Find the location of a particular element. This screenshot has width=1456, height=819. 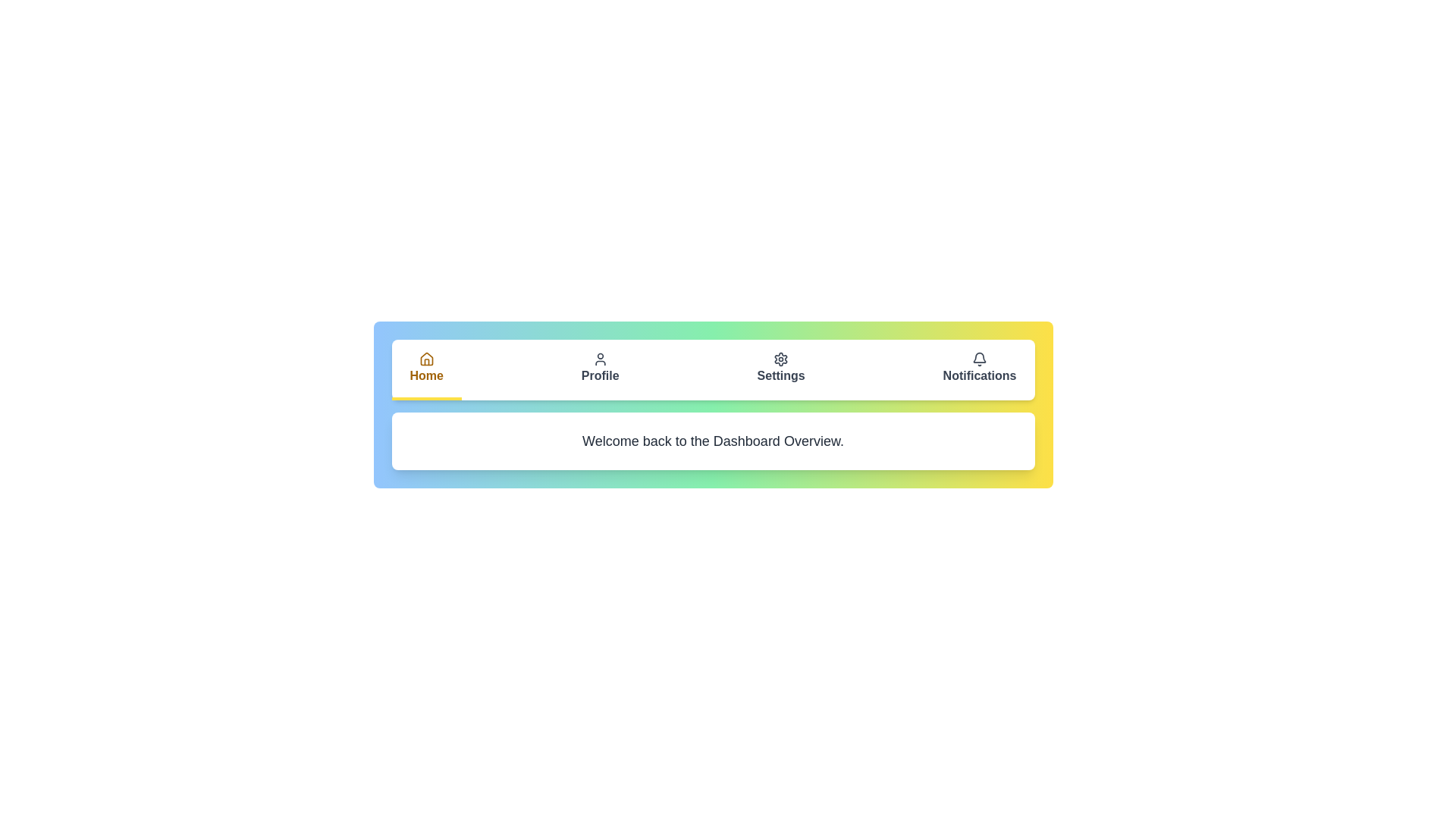

the 'Settings' text label in the navigation bar is located at coordinates (781, 375).